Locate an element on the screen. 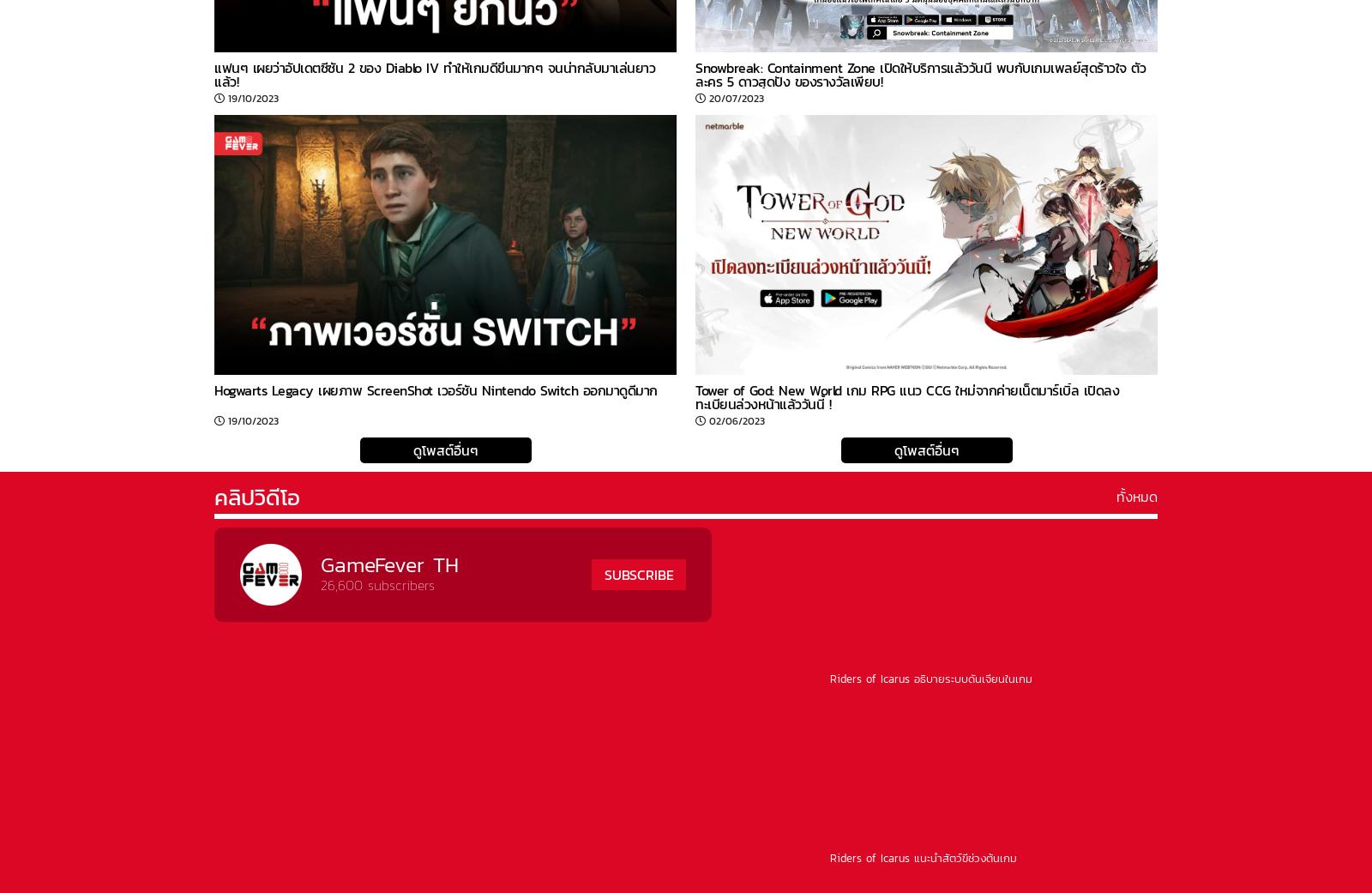 The image size is (1372, 893). '26,600						   subscribers' is located at coordinates (376, 583).